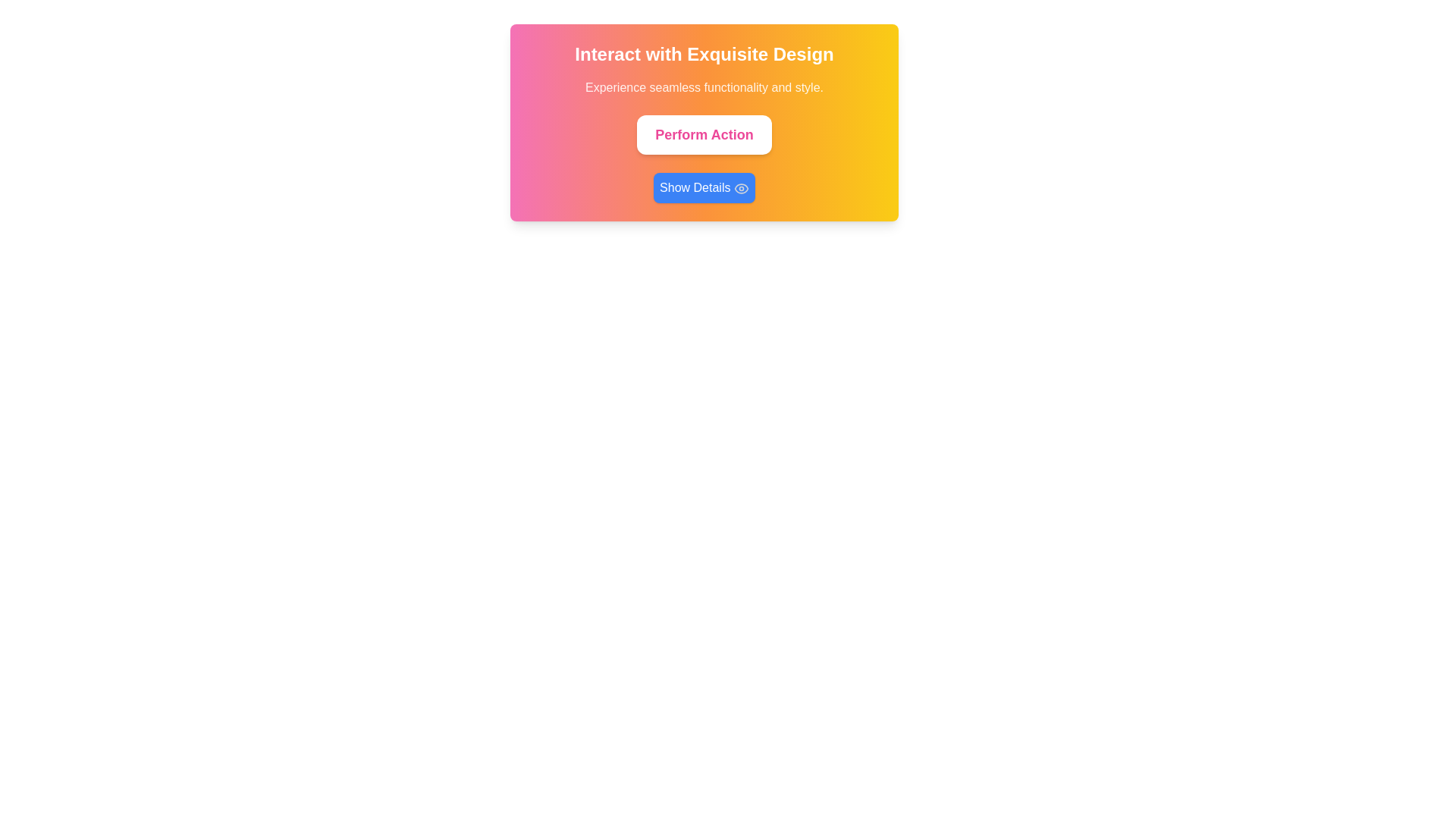 The height and width of the screenshot is (819, 1456). I want to click on the blue 'Show Details' button with an eye icon, so click(704, 187).